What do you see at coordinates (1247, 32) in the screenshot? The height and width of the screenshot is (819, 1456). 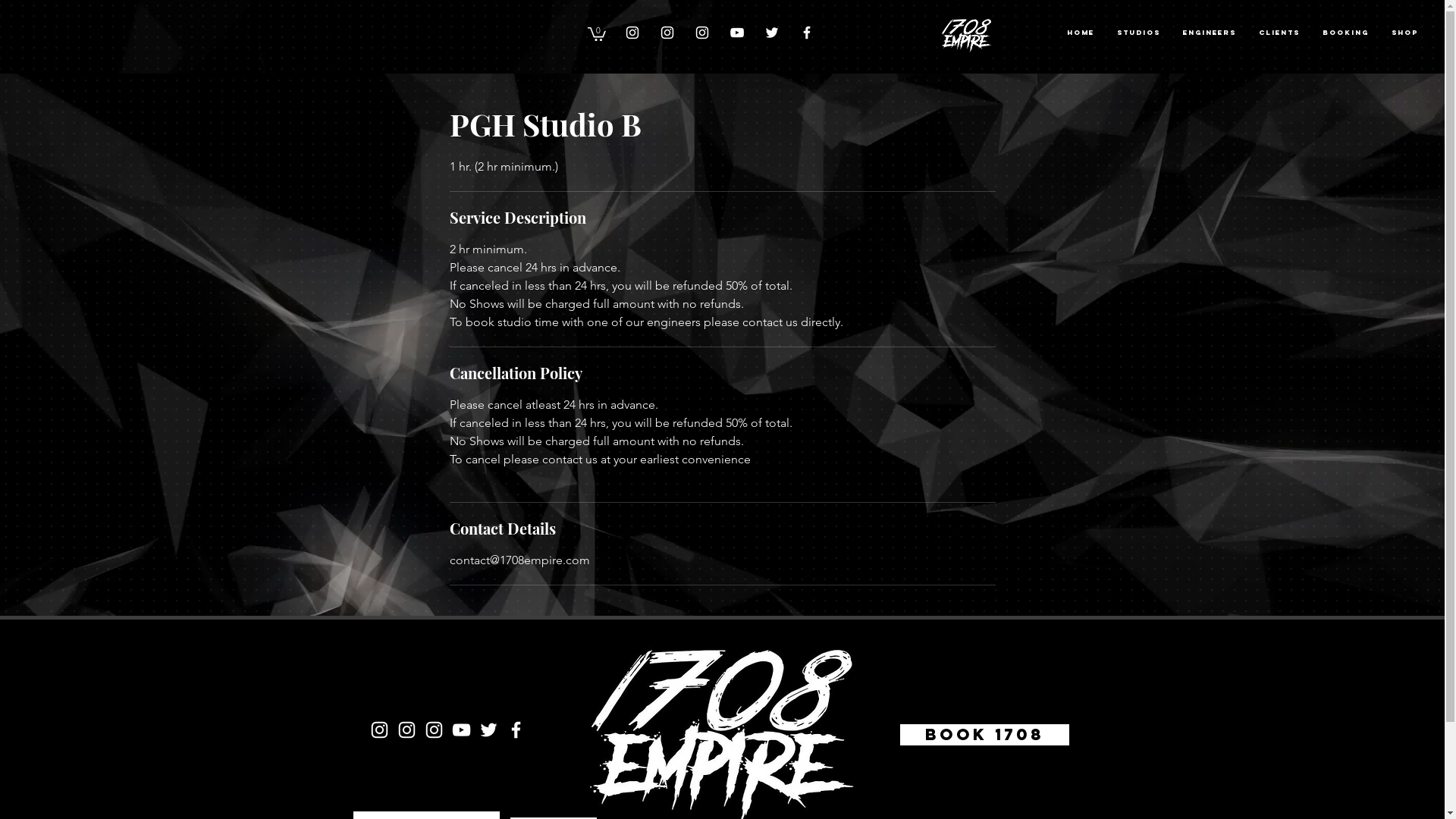 I see `'CLIENTS'` at bounding box center [1247, 32].